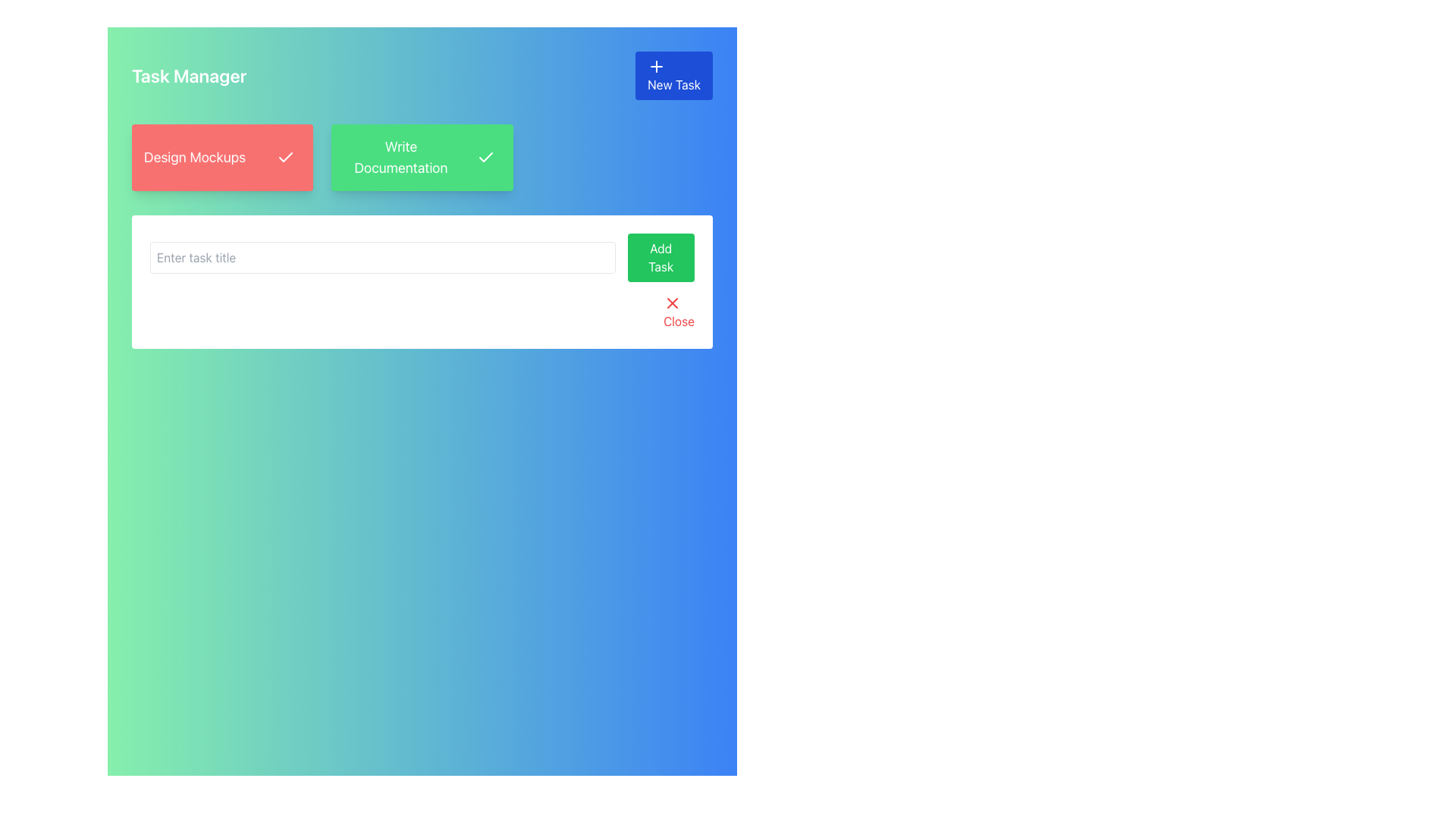 The width and height of the screenshot is (1456, 819). I want to click on the check icon located at the top-right corner inside the green button labeled 'Write Documentation', so click(485, 158).